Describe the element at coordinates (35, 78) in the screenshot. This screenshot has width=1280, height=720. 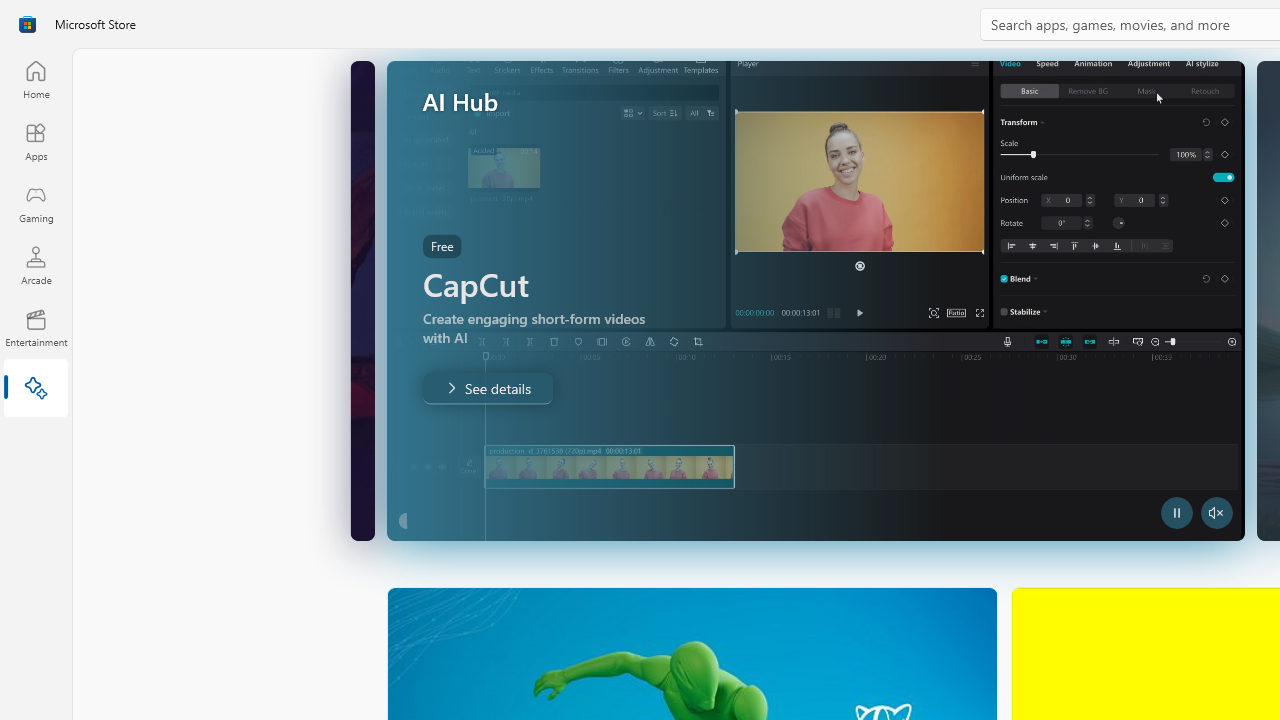
I see `'Home'` at that location.